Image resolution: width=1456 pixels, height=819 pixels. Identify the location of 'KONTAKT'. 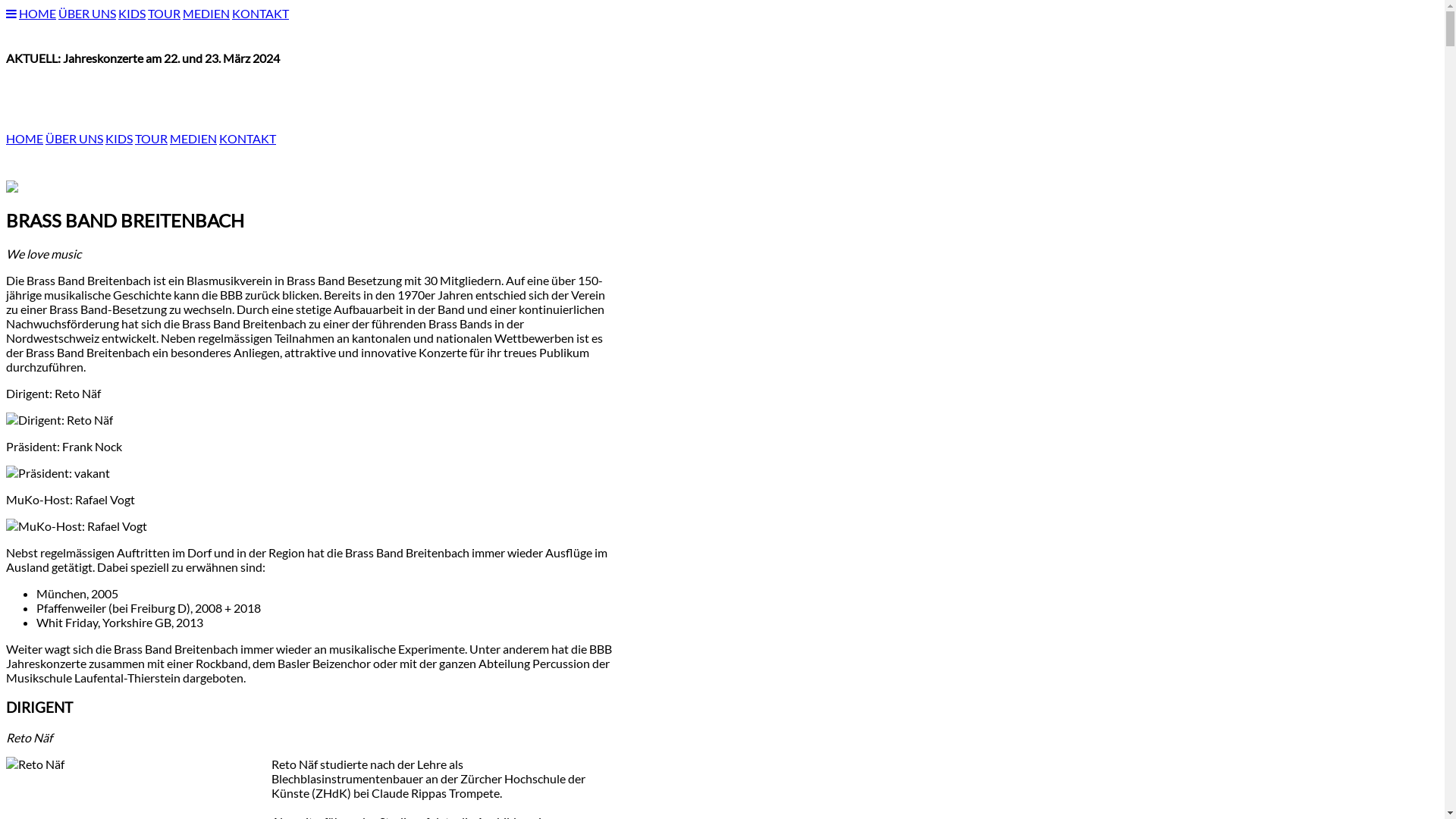
(247, 138).